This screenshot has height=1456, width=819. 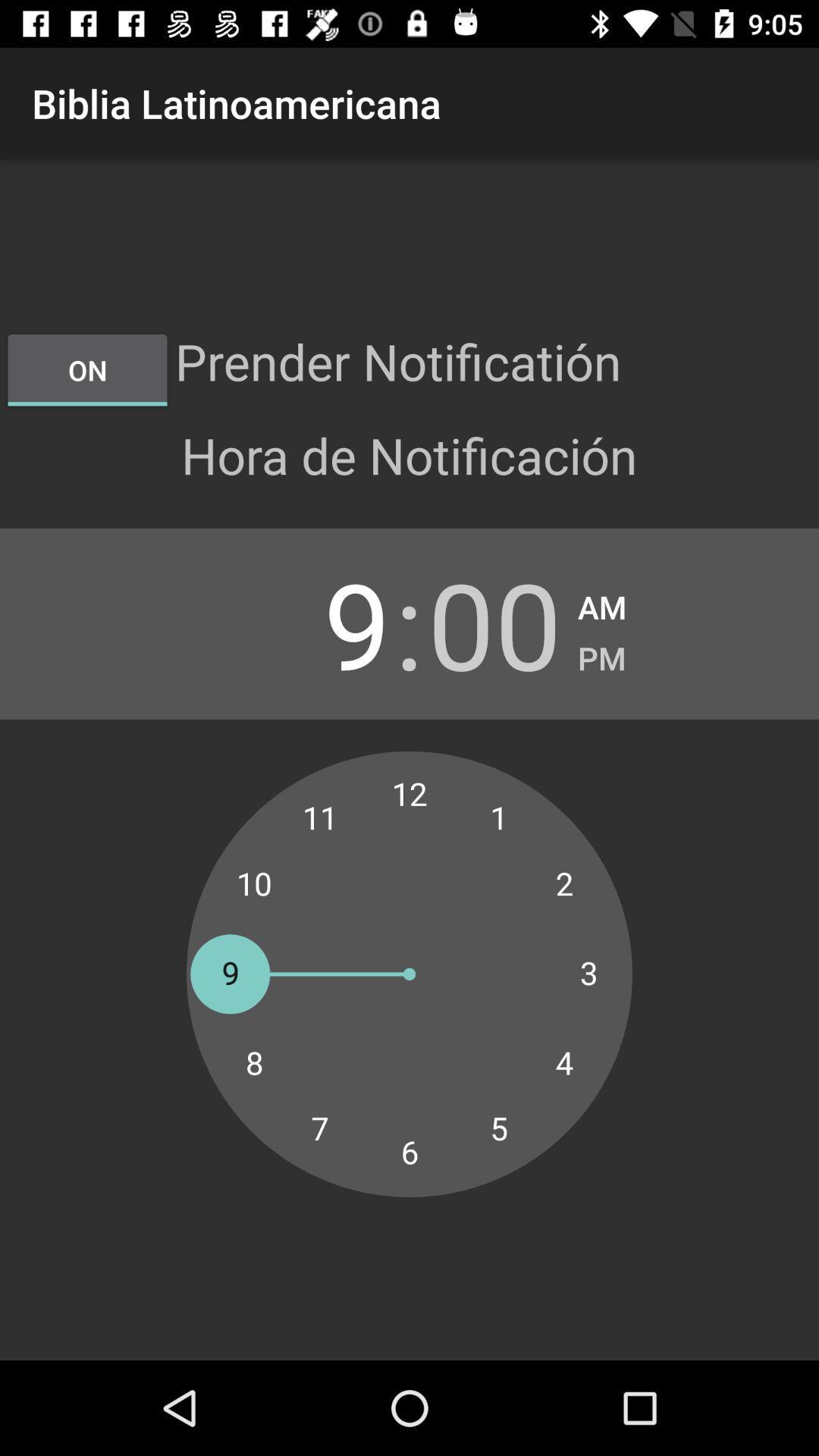 What do you see at coordinates (601, 602) in the screenshot?
I see `app next to 00 item` at bounding box center [601, 602].